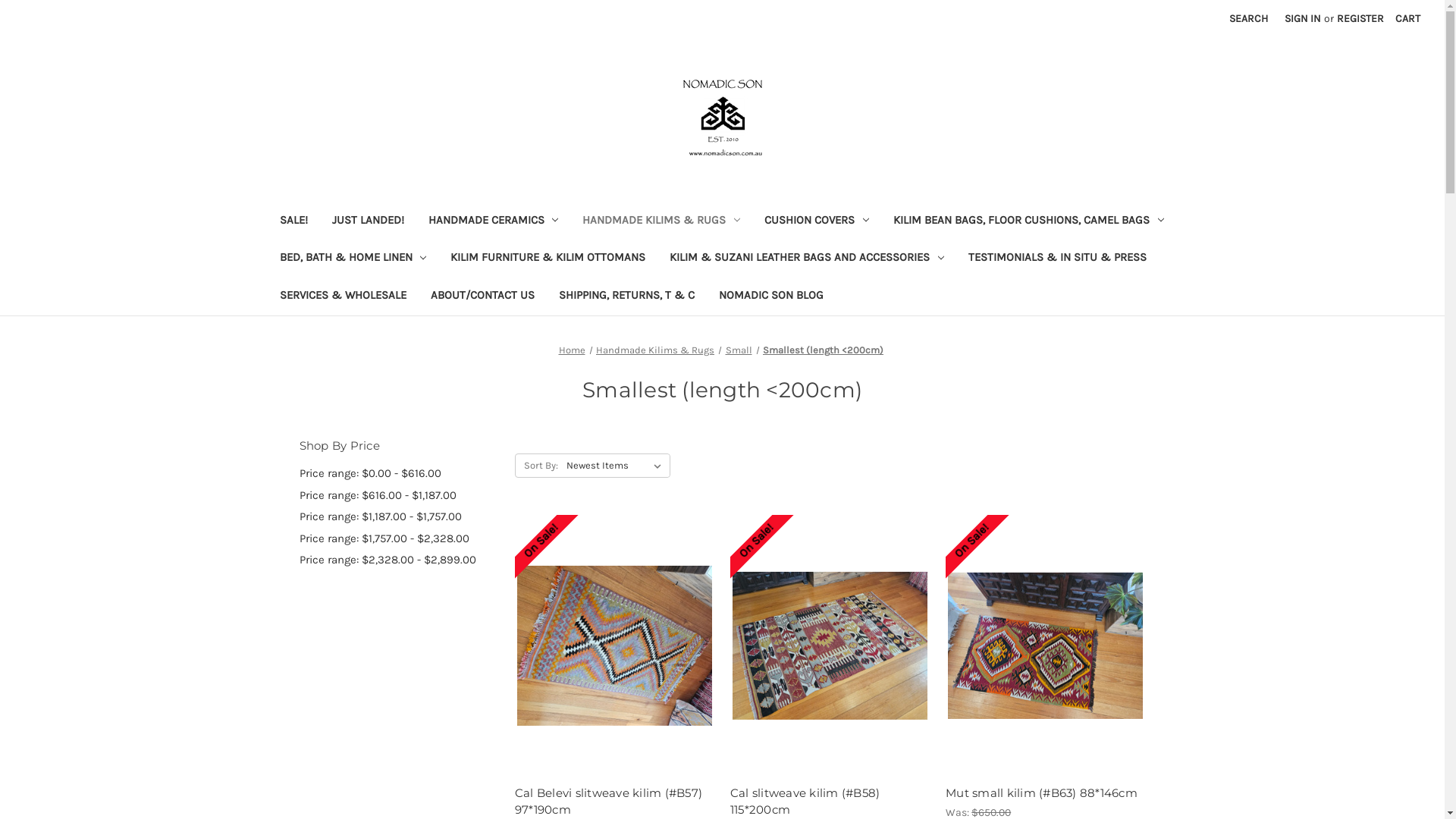 The image size is (1456, 819). What do you see at coordinates (398, 560) in the screenshot?
I see `'Price range: $2,328.00 - $2,899.00'` at bounding box center [398, 560].